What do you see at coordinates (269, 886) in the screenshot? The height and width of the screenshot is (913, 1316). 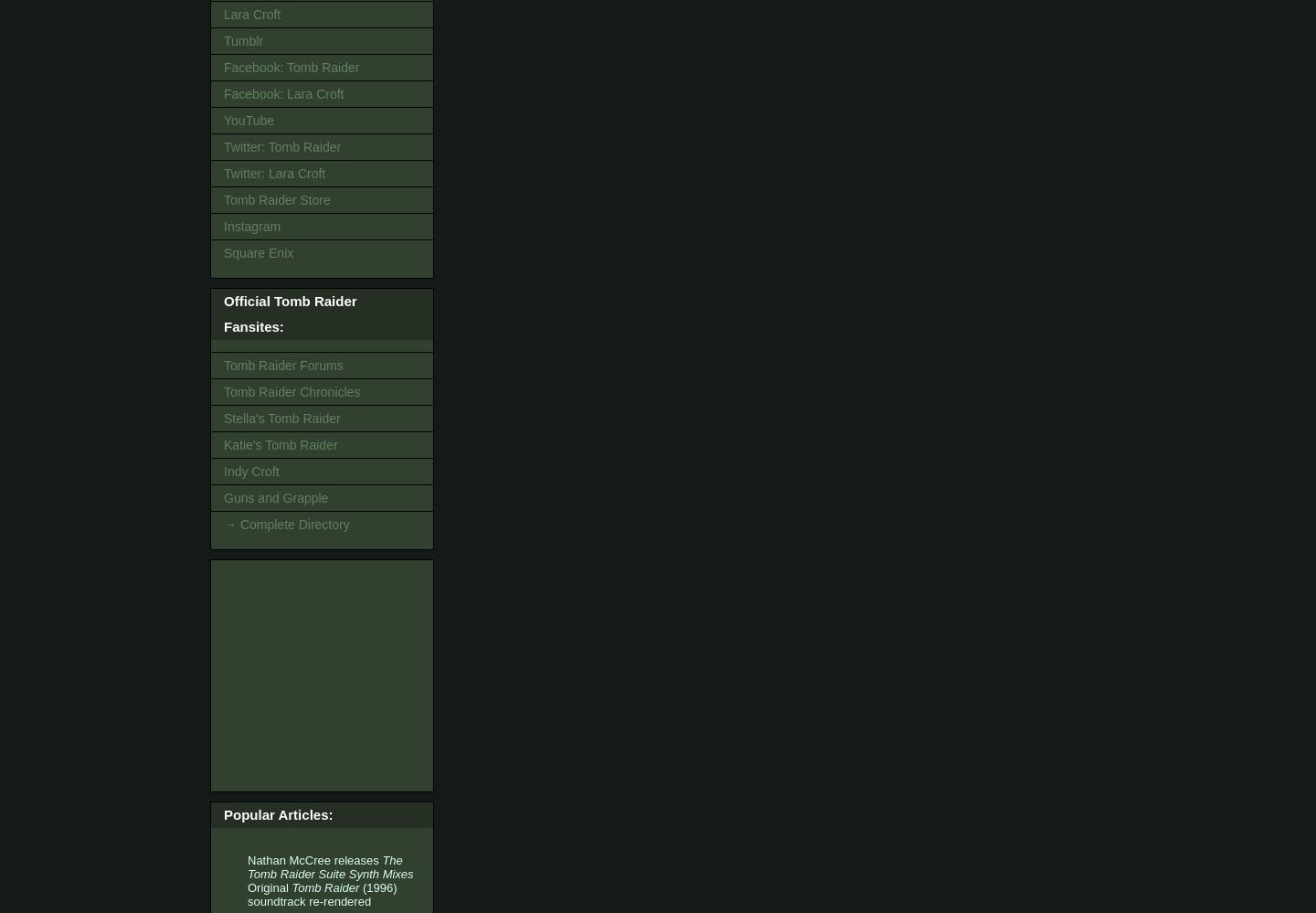 I see `'Original'` at bounding box center [269, 886].